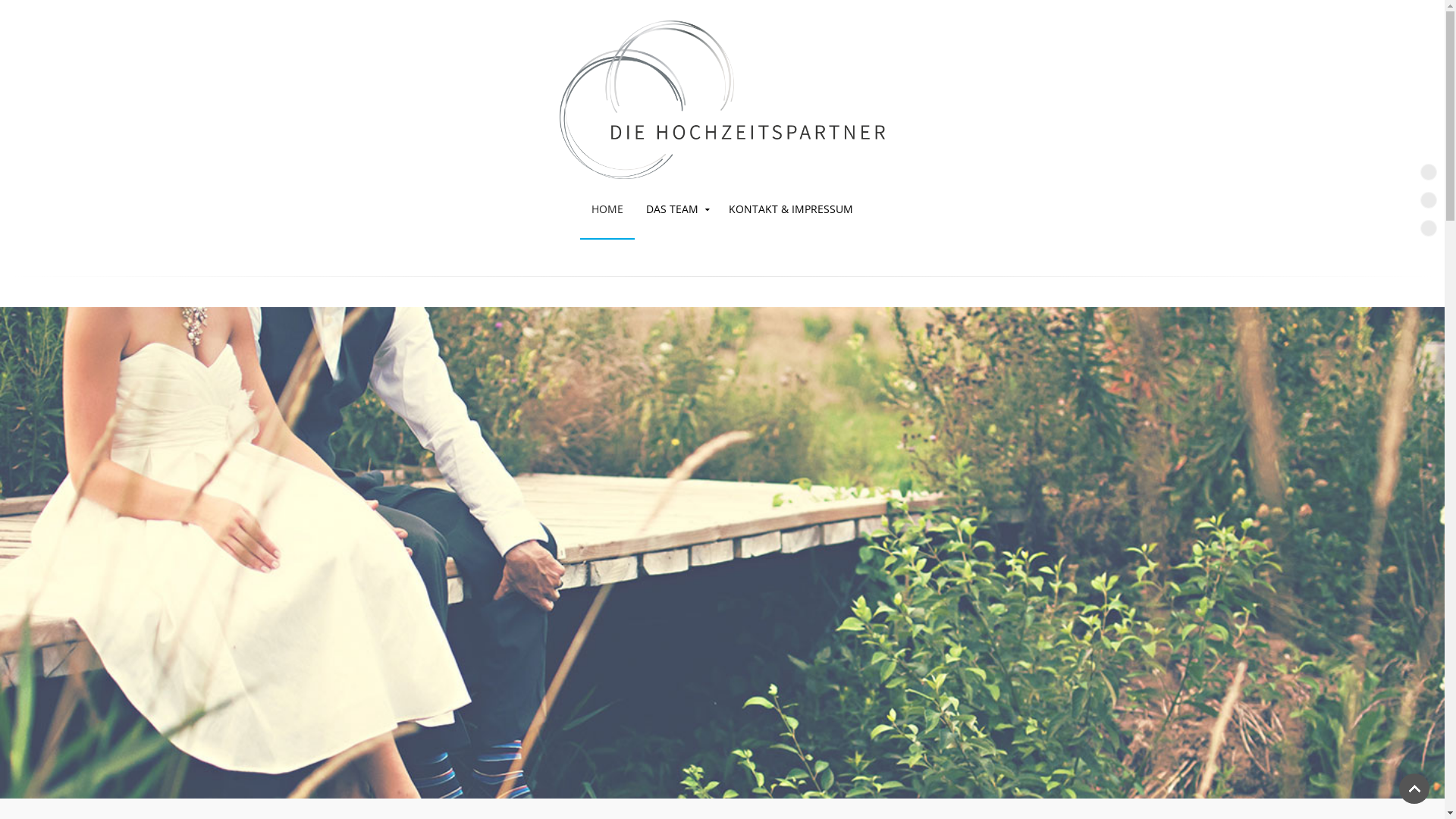 The height and width of the screenshot is (819, 1456). Describe the element at coordinates (720, 89) in the screenshot. I see `' '` at that location.